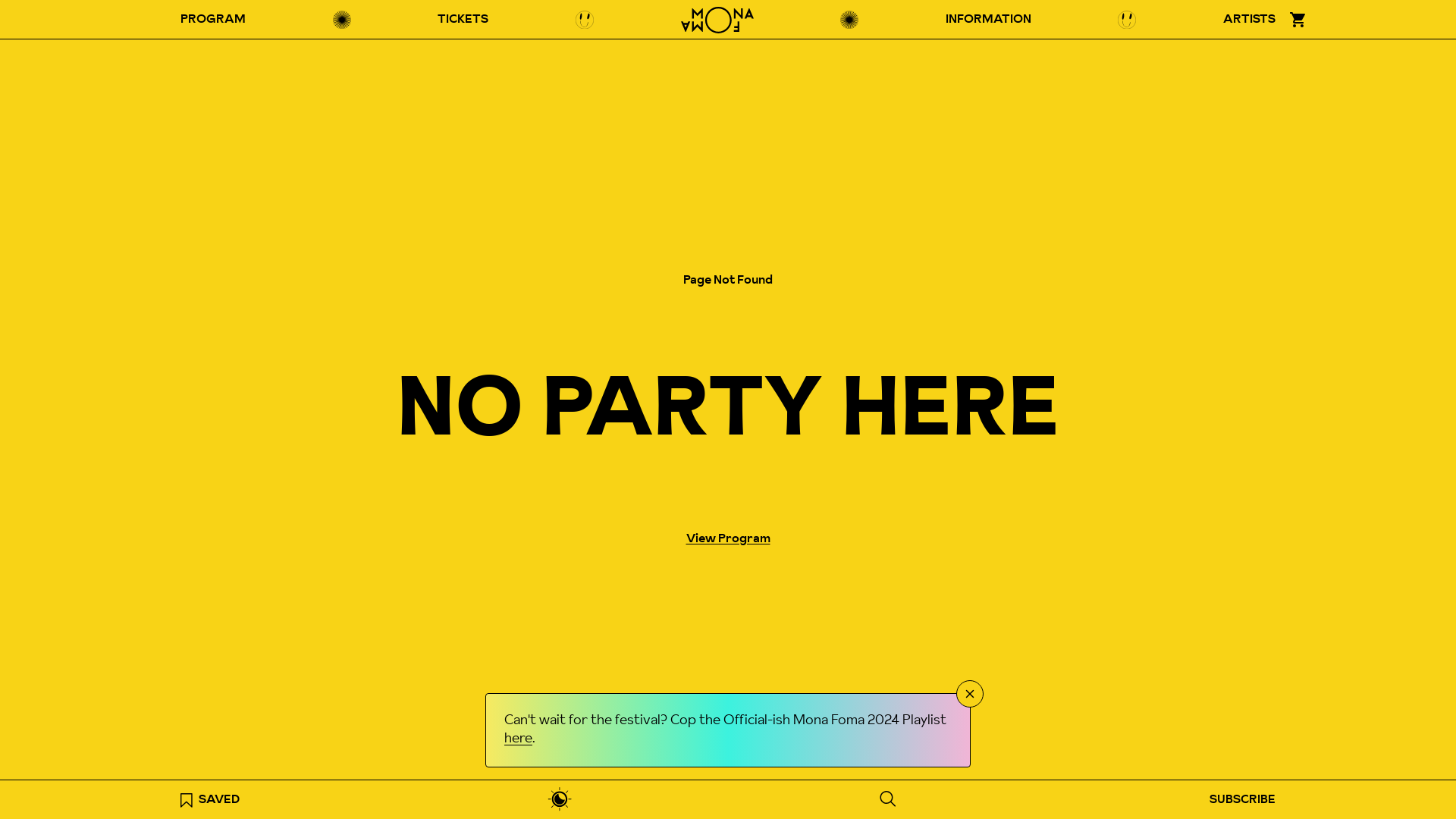 This screenshot has height=819, width=1456. Describe the element at coordinates (1214, 20) in the screenshot. I see `'ARTISTS'` at that location.